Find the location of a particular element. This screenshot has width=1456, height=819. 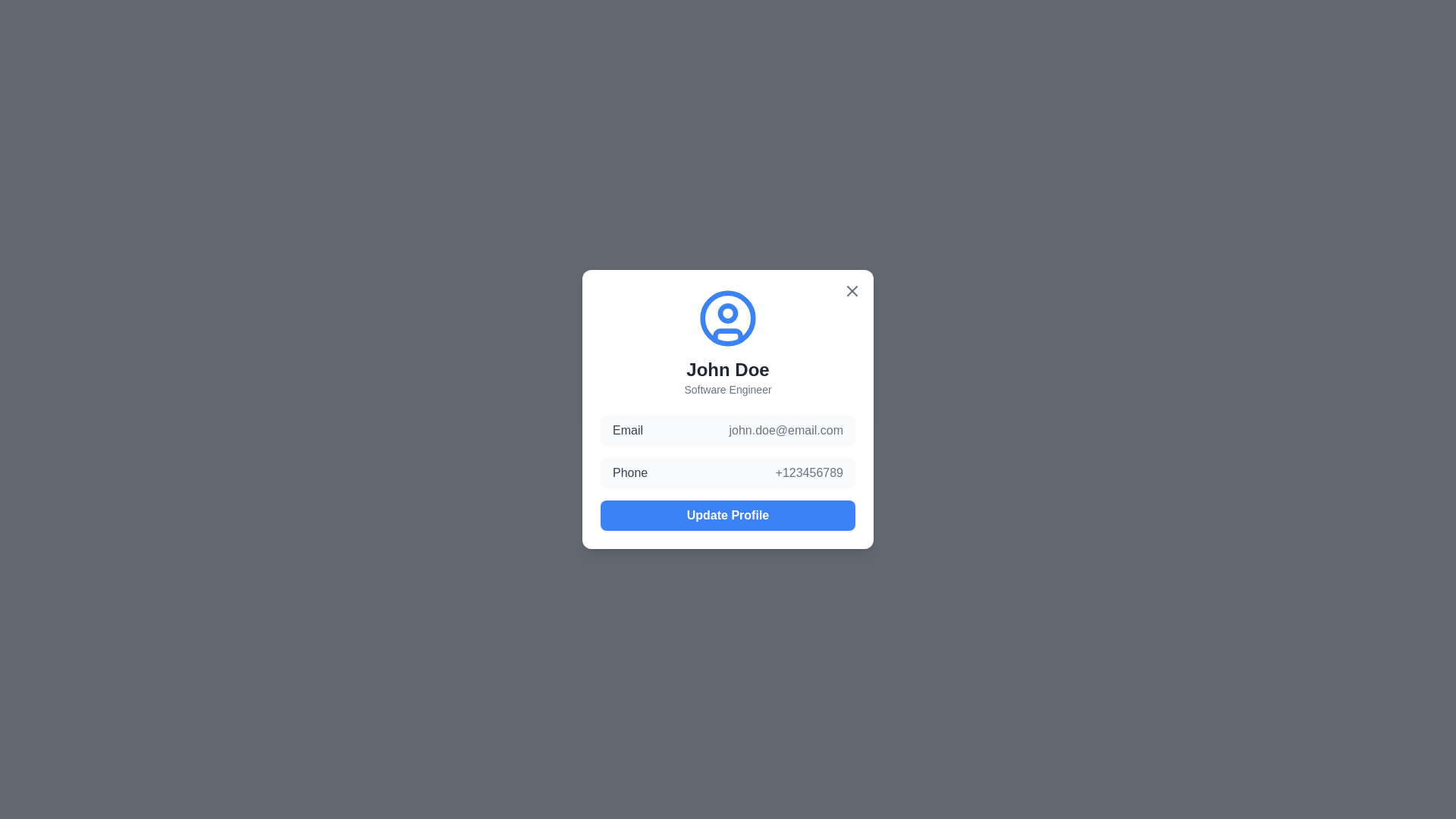

the user avatar icon located at the top of the modal box, which is centrally aligned above the text 'John Doe' and 'Software Engineer' is located at coordinates (728, 318).